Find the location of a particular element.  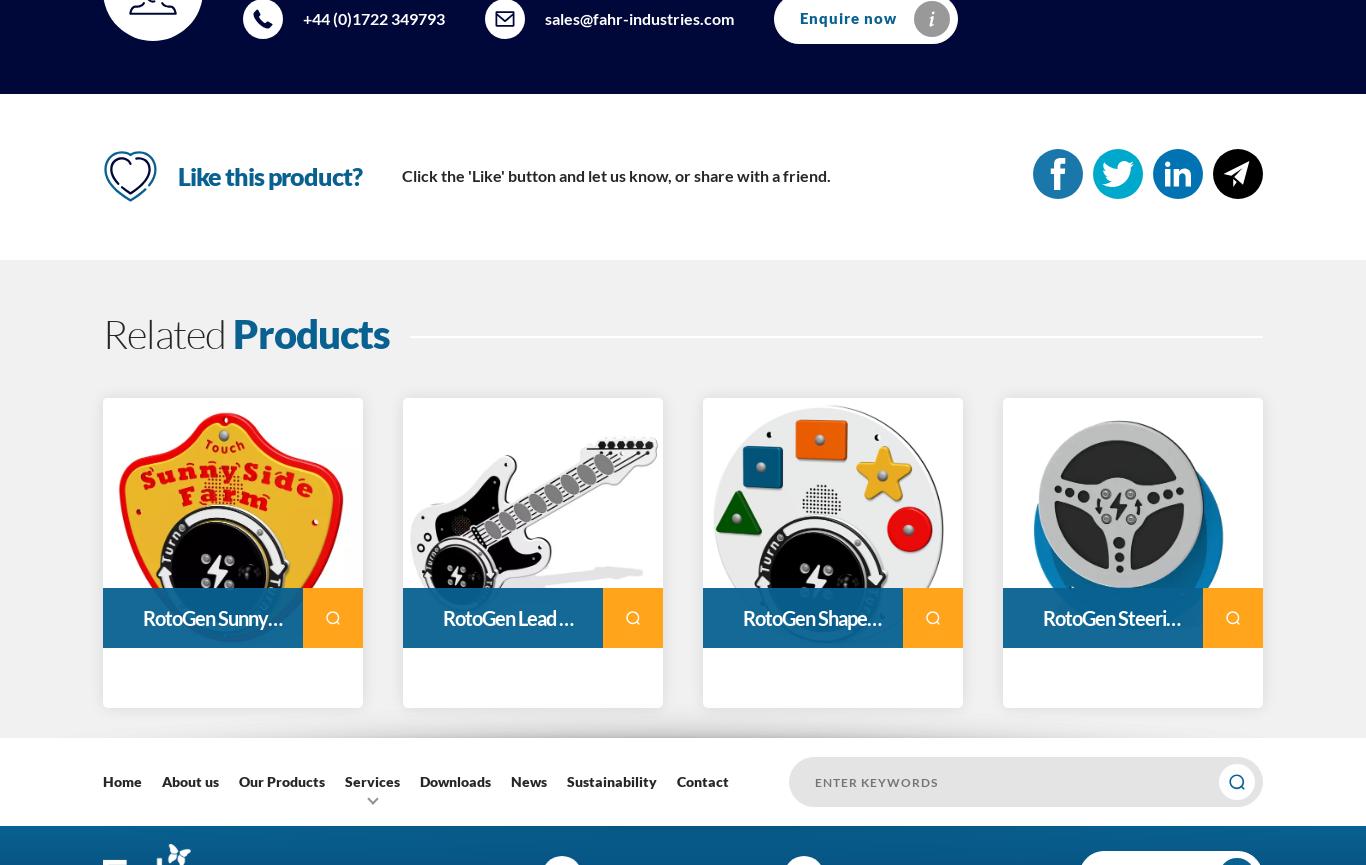

'Products' is located at coordinates (311, 333).